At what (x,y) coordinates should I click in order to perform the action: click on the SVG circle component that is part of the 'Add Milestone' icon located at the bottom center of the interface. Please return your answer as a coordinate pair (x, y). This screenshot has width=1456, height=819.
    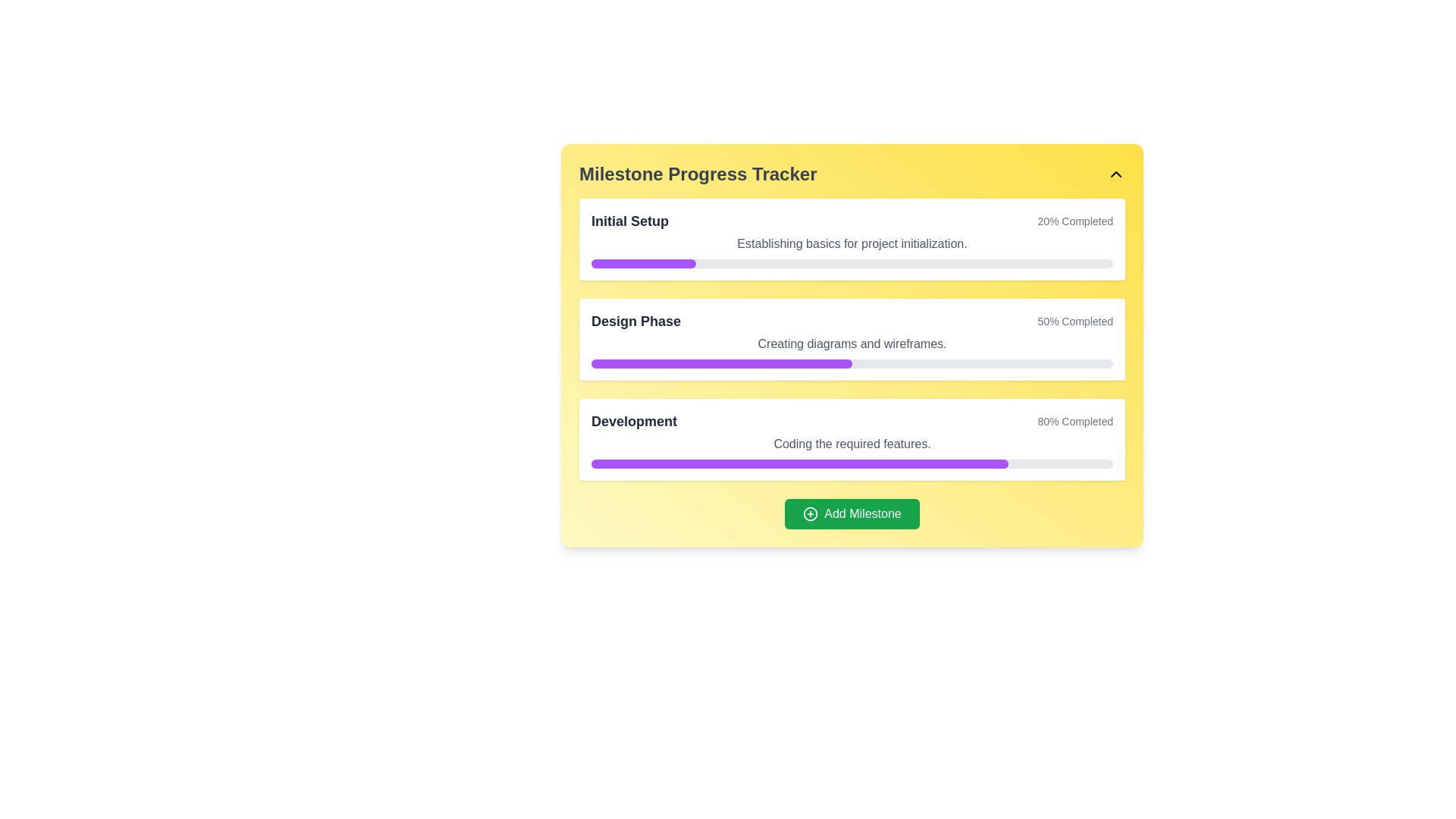
    Looking at the image, I should click on (810, 513).